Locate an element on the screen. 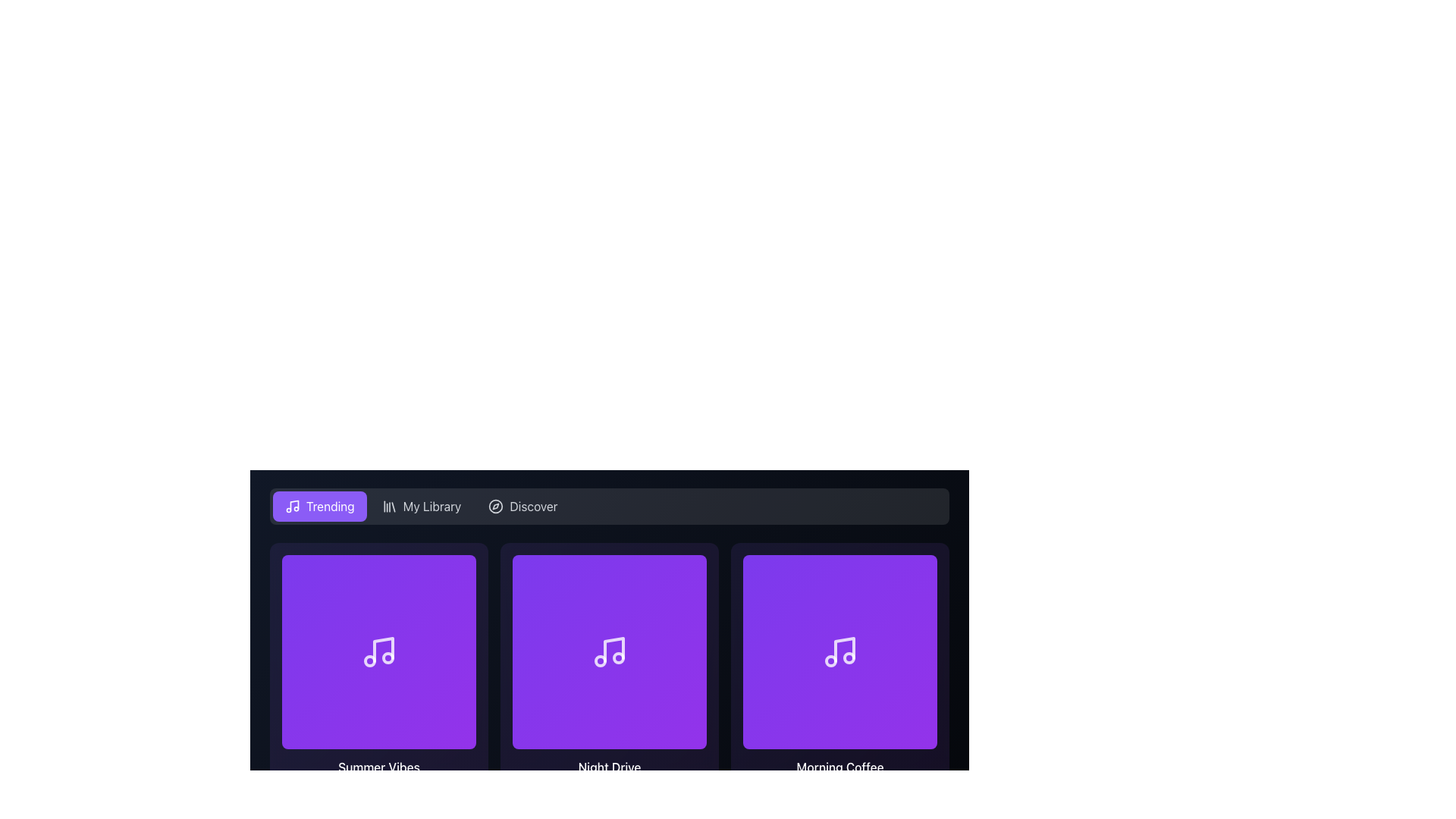  the circular shape at the center of the compass icon, which is located in the top section of the interface is located at coordinates (496, 506).